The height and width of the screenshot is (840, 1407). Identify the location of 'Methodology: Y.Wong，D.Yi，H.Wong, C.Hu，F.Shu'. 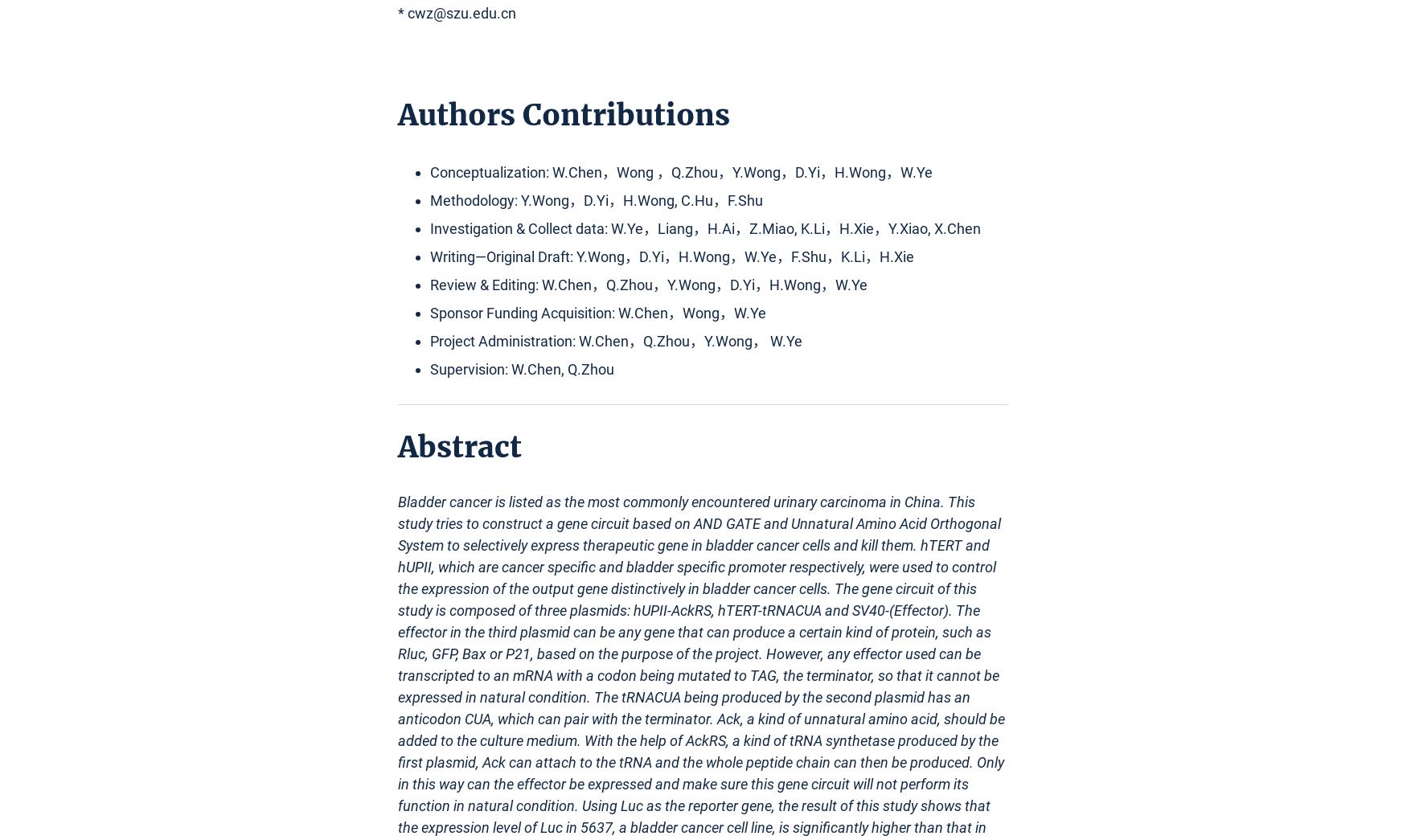
(597, 199).